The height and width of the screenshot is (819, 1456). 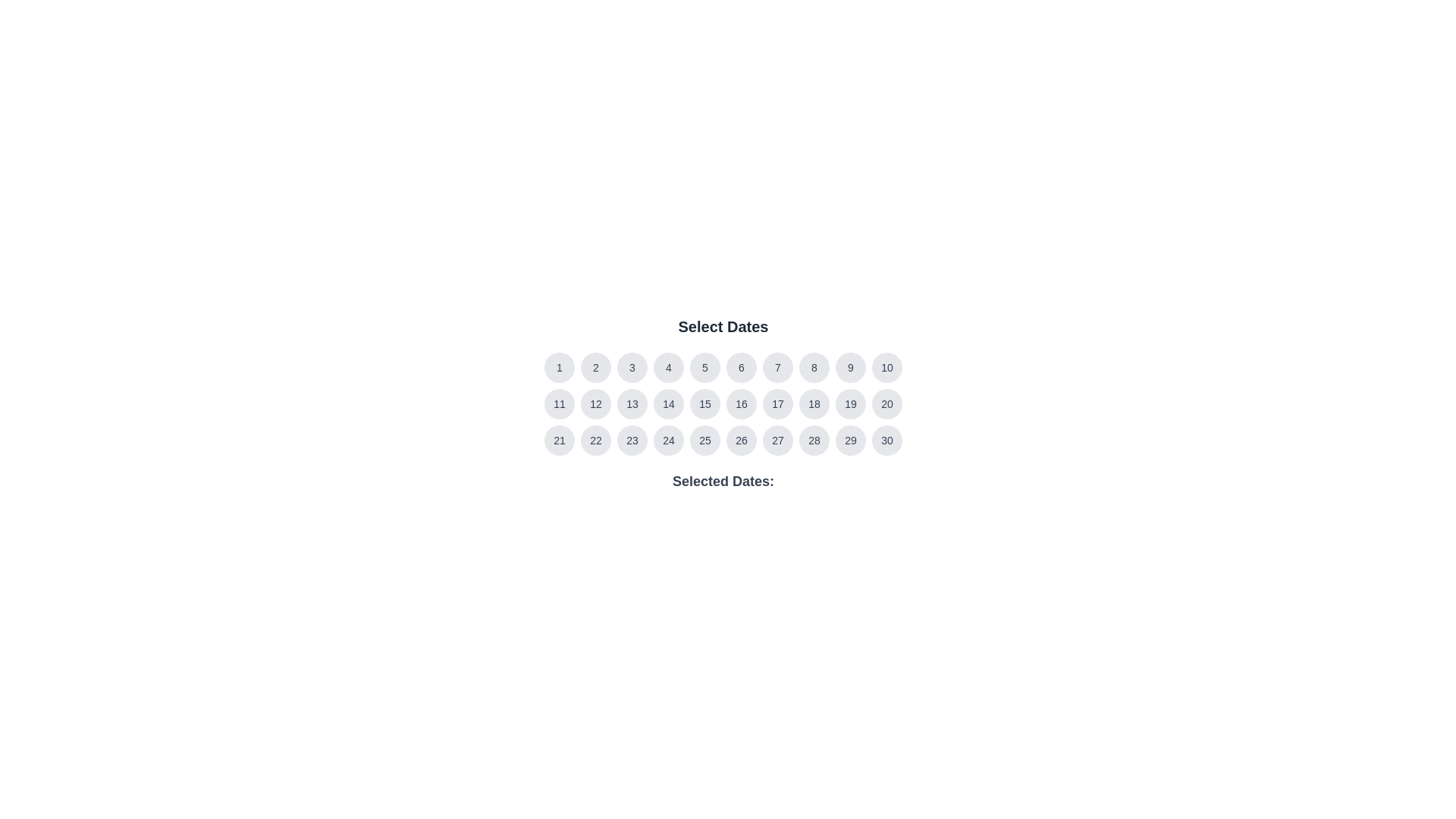 I want to click on the circular button with a gray background displaying the number '20', so click(x=887, y=403).